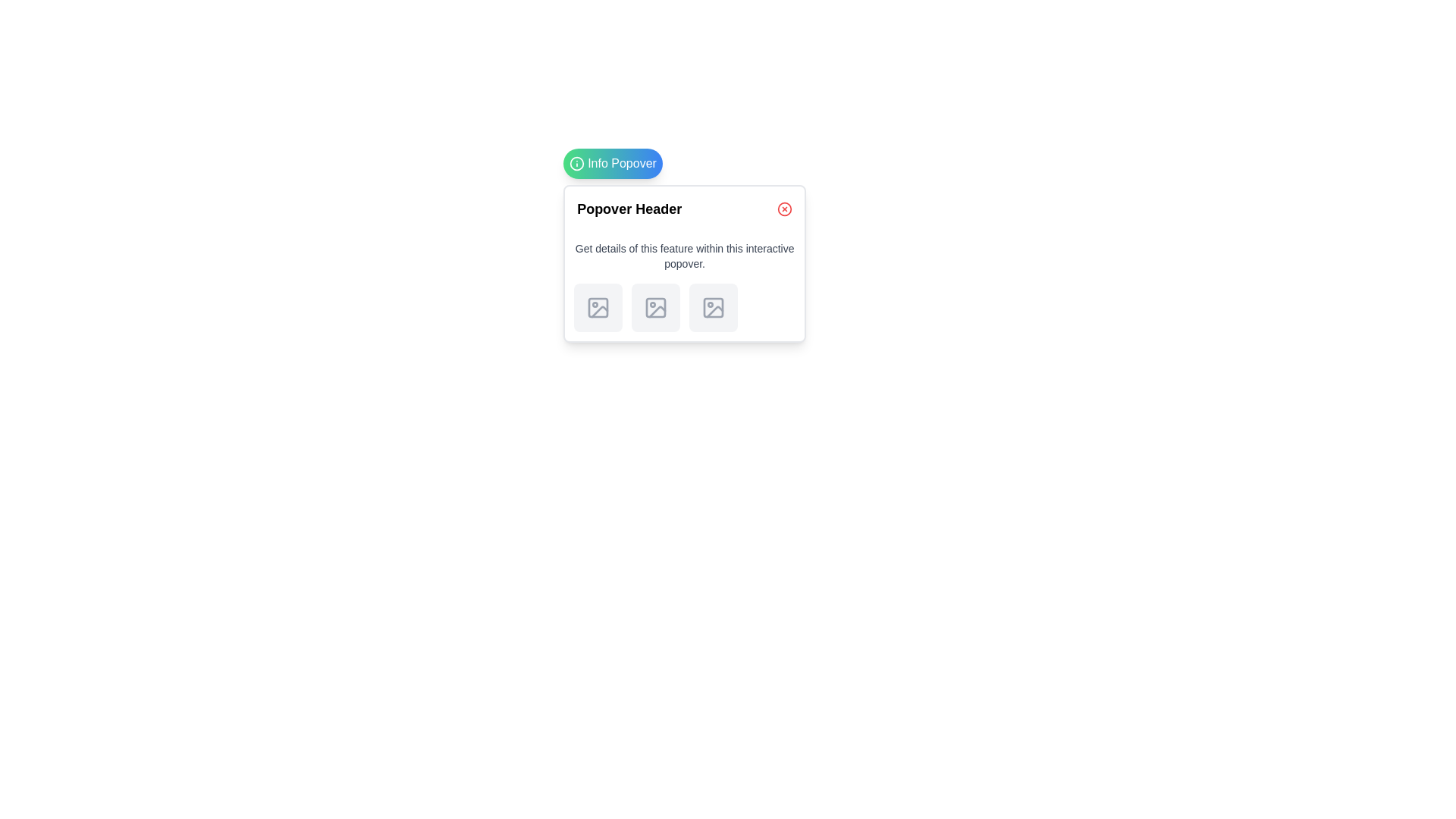 The width and height of the screenshot is (1456, 819). I want to click on the icon button located in the popover dialog box under 'Popover Header', so click(598, 307).